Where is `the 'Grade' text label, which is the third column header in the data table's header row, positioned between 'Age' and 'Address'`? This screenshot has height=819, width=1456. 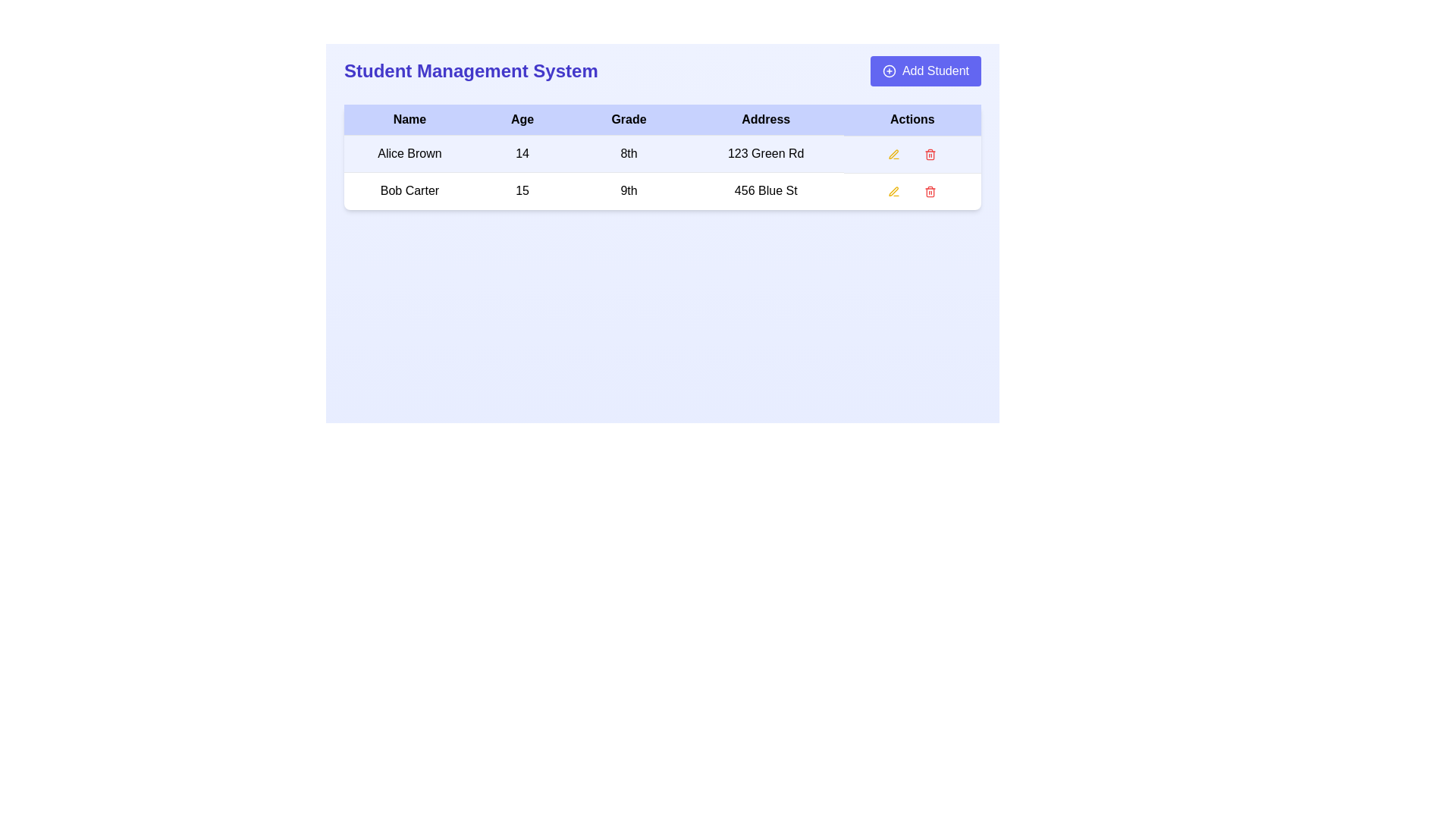 the 'Grade' text label, which is the third column header in the data table's header row, positioned between 'Age' and 'Address' is located at coordinates (629, 119).